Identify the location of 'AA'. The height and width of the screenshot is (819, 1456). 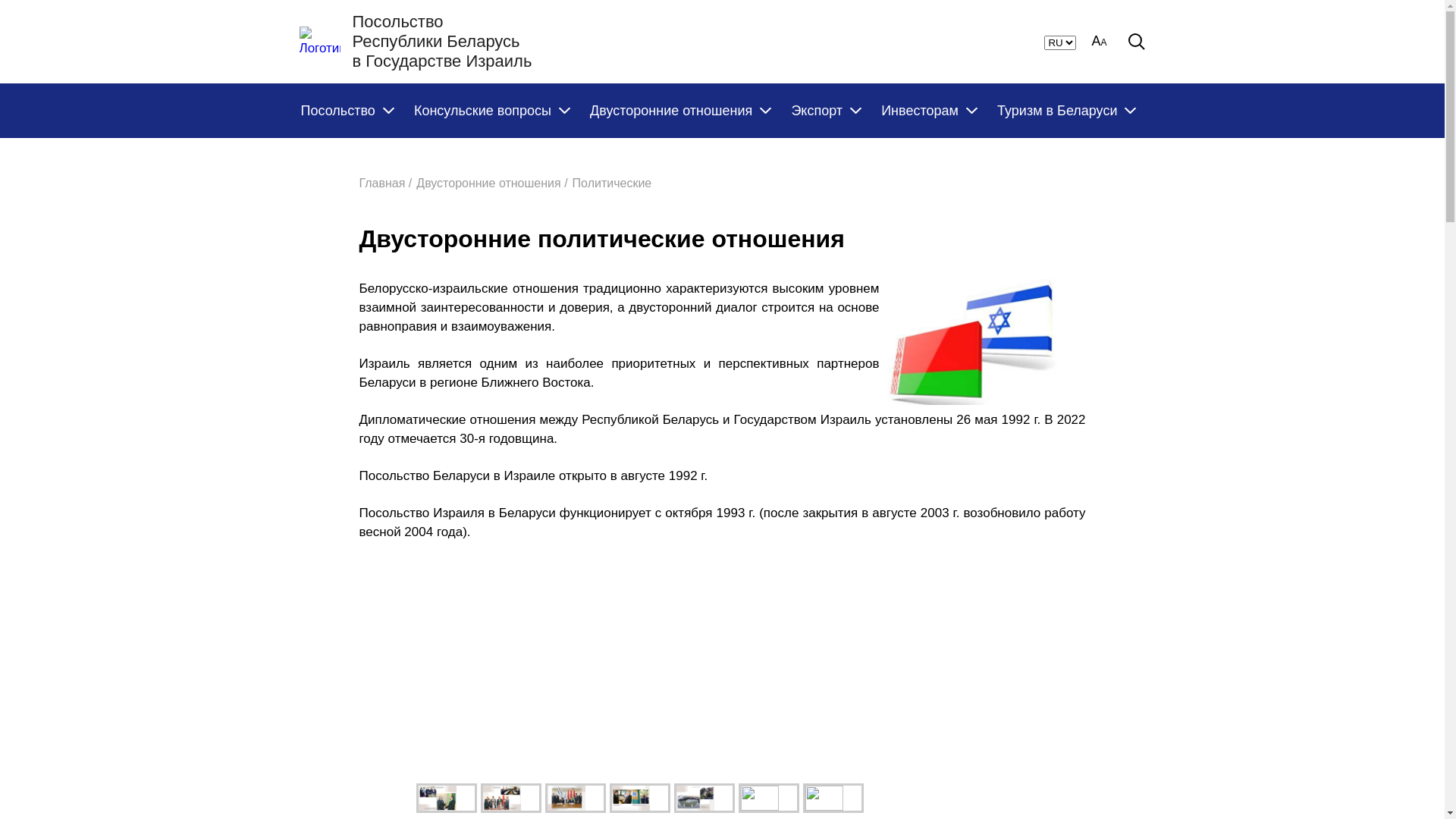
(1090, 40).